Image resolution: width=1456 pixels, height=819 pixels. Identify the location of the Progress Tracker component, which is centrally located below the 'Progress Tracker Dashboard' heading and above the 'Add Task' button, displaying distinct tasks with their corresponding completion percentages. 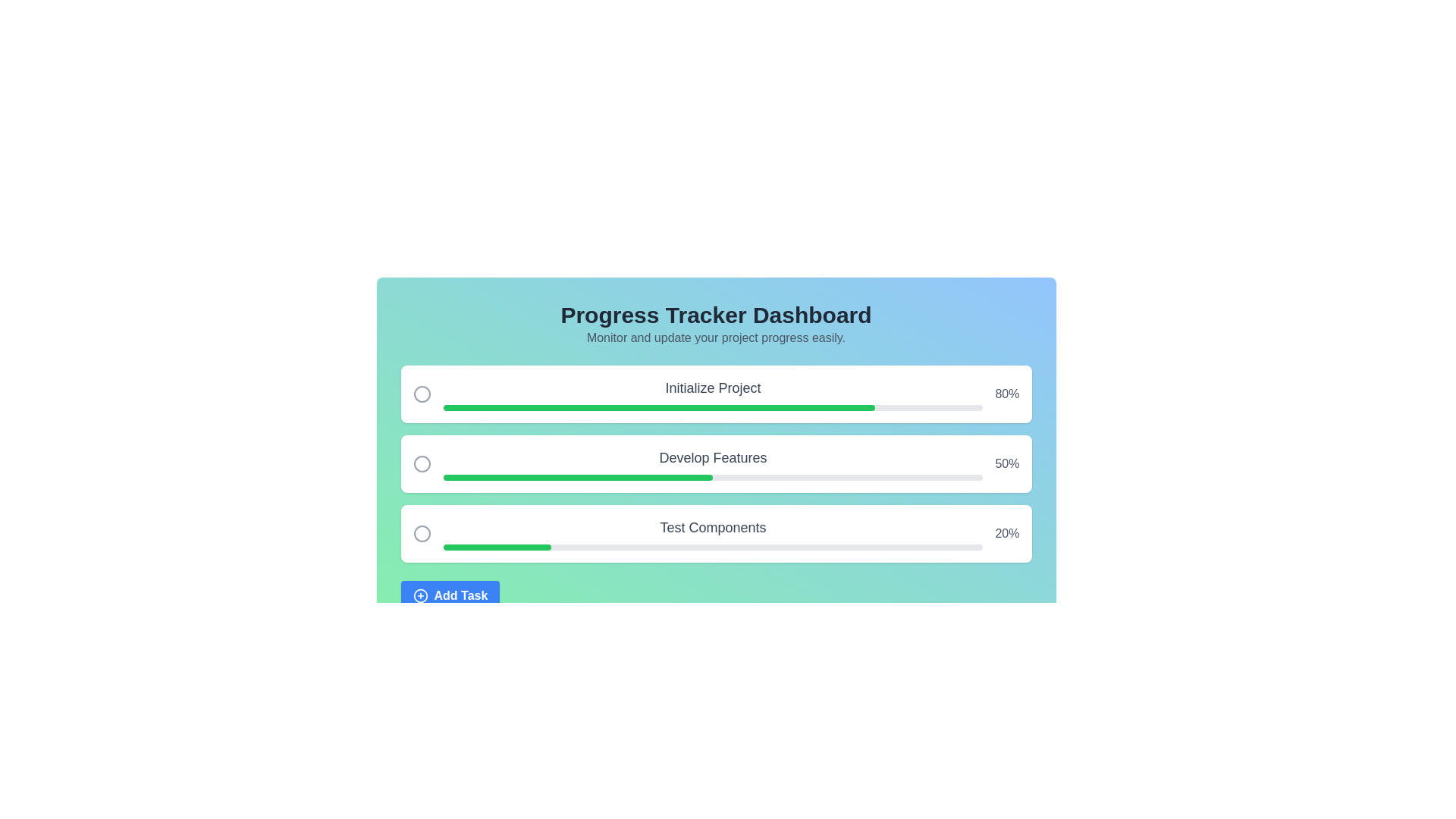
(715, 463).